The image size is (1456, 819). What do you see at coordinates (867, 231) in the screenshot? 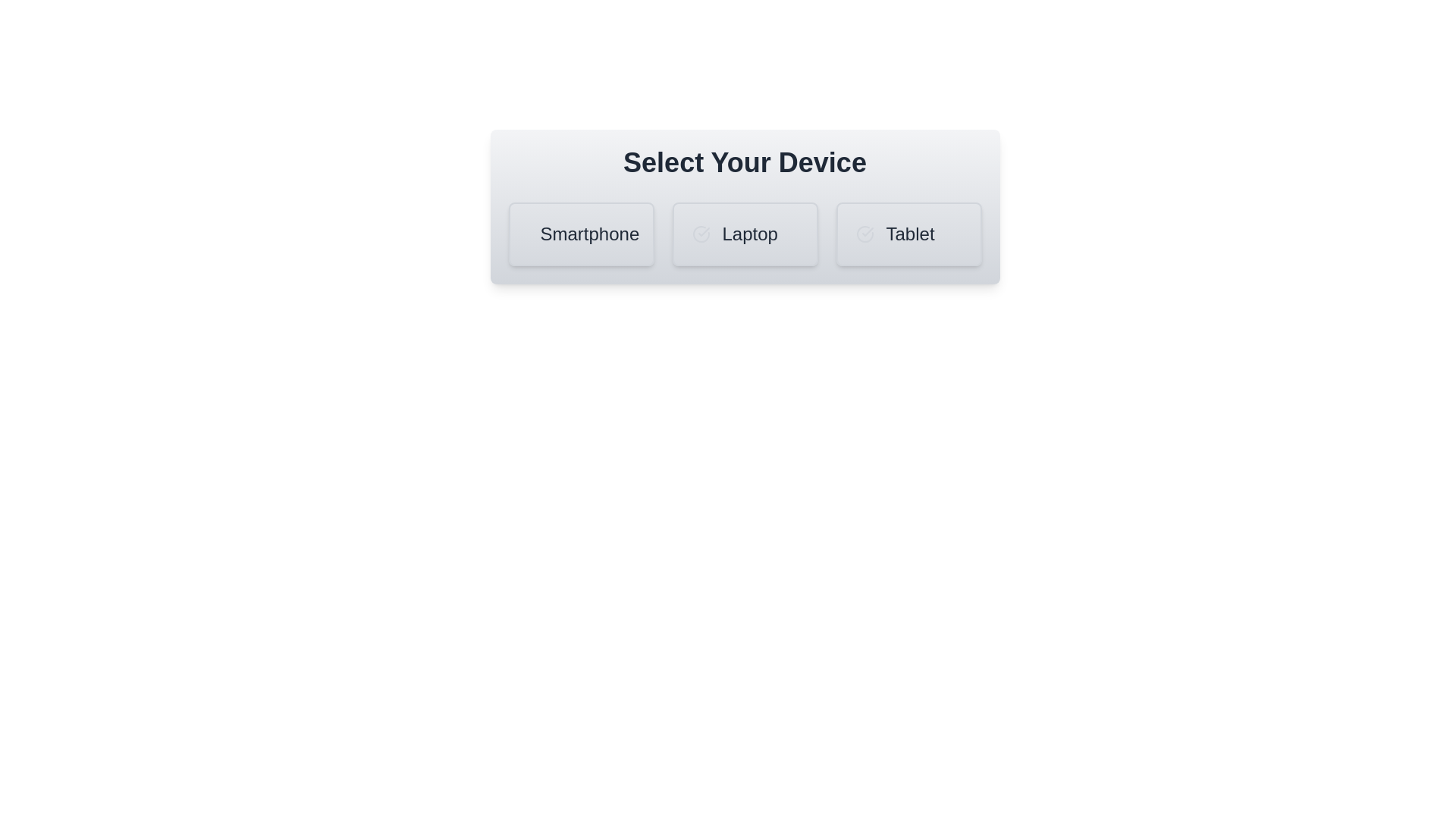
I see `the active selection indicator icon located to the right of the 'Tablet' label in the user interface, which visually indicates that the option is selected` at bounding box center [867, 231].